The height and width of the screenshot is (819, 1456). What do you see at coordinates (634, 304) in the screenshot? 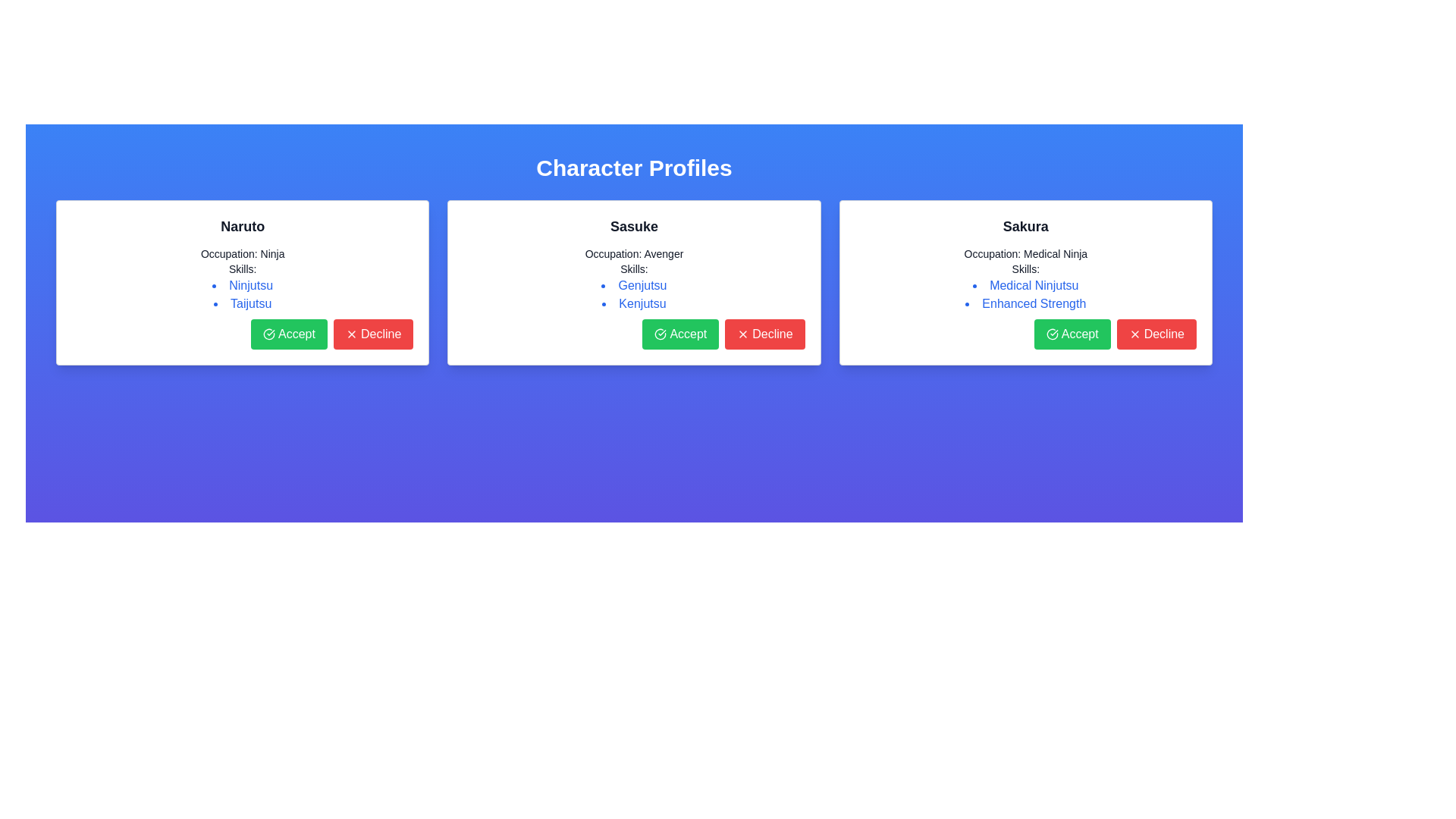
I see `the second item in the bulleted list of skills displaying 'Kenjutsu' associated with the character Sasuke` at bounding box center [634, 304].